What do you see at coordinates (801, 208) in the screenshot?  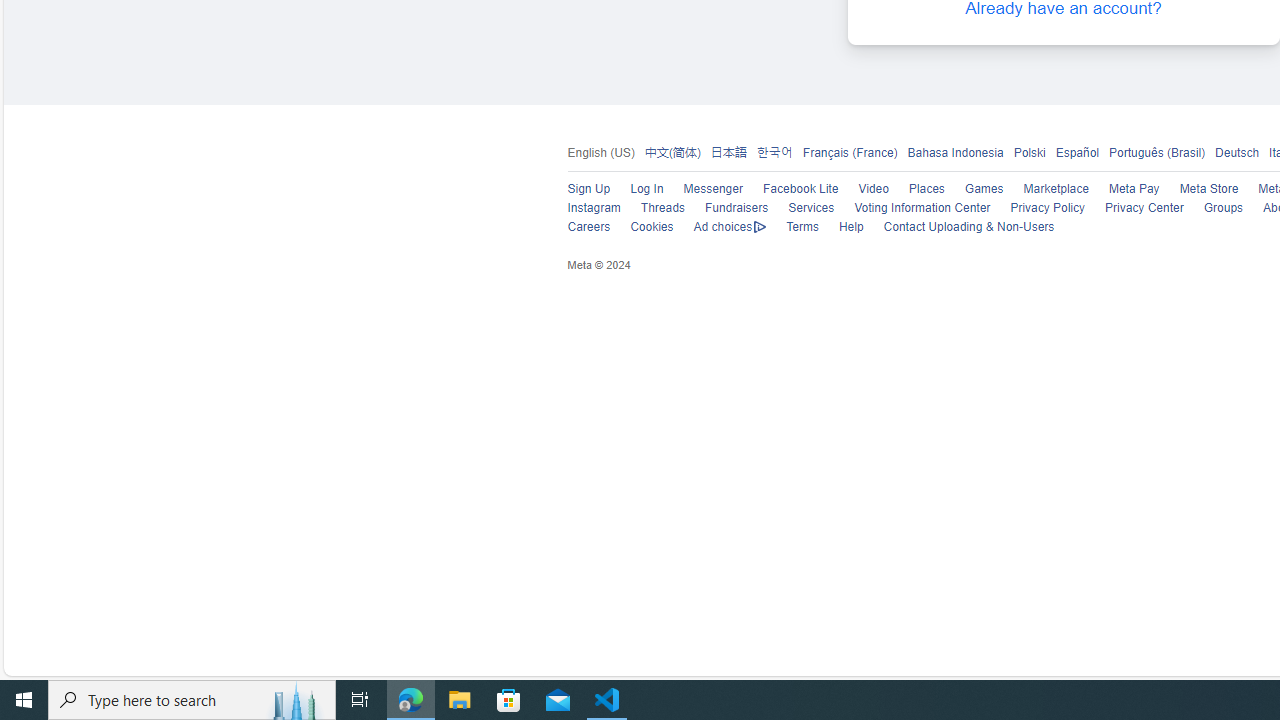 I see `'Services'` at bounding box center [801, 208].